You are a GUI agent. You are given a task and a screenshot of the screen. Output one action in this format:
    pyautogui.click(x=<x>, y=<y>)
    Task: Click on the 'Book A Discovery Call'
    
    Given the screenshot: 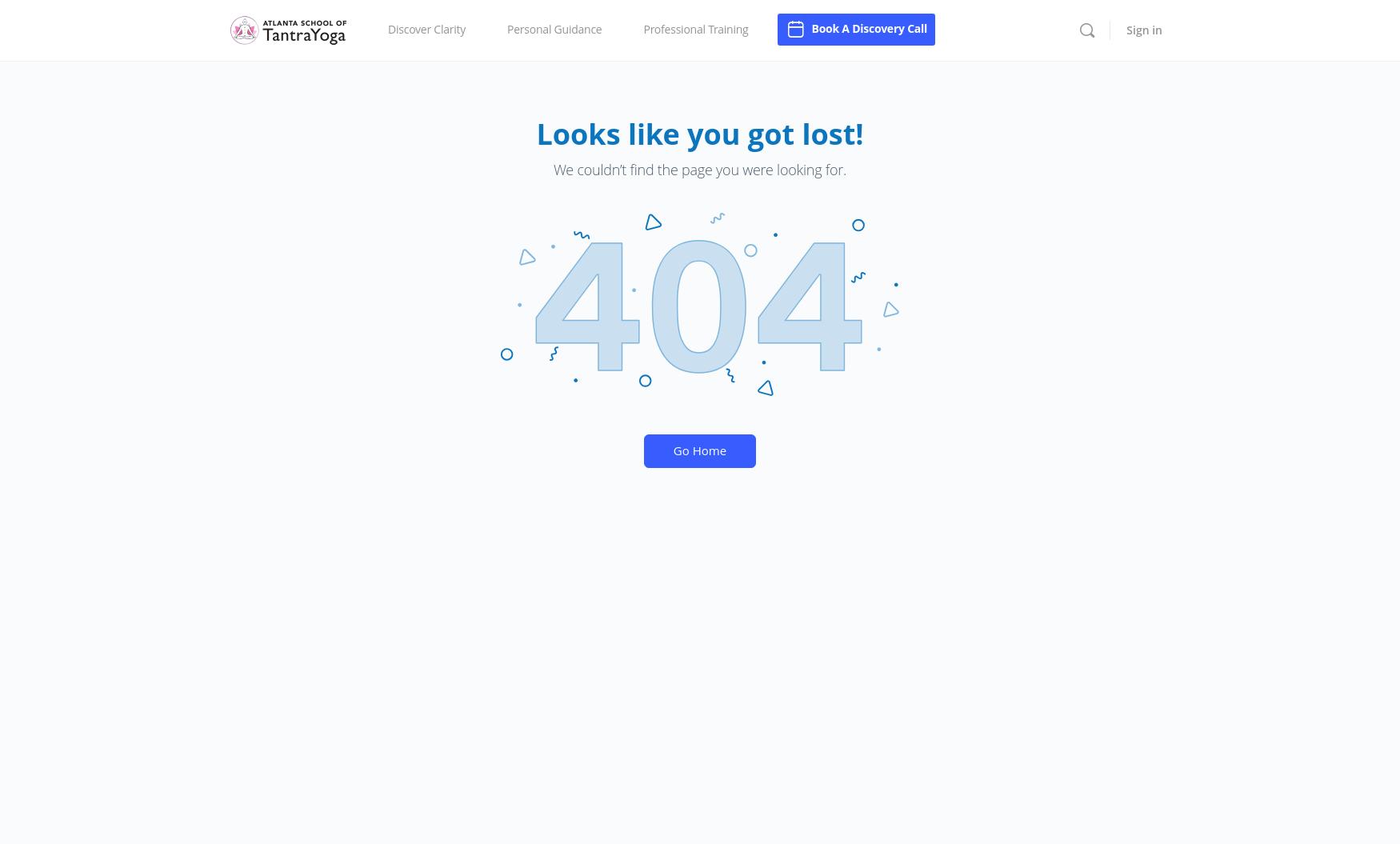 What is the action you would take?
    pyautogui.click(x=810, y=28)
    